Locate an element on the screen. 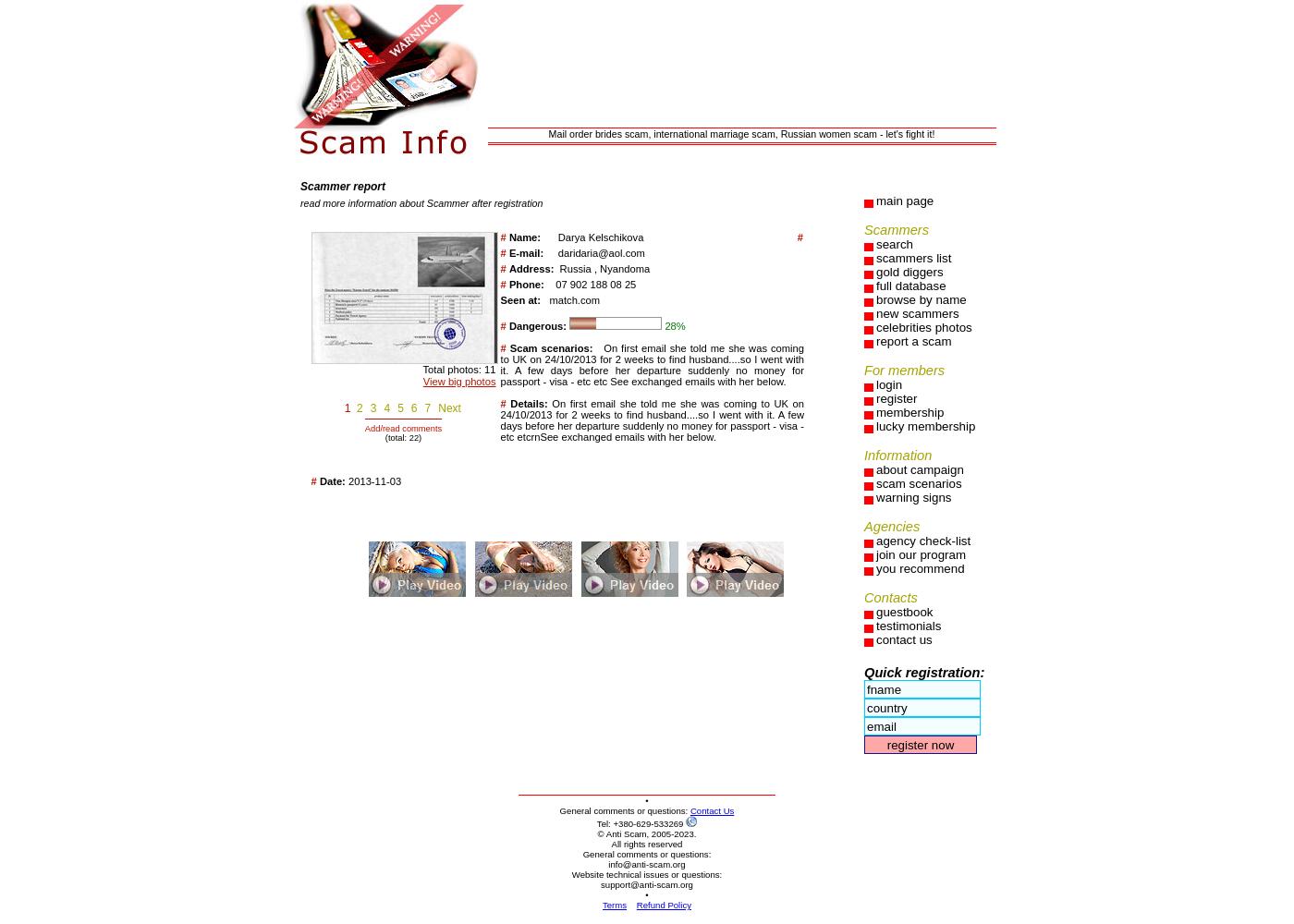 Image resolution: width=1294 pixels, height=924 pixels. 'info@anti-scam.org' is located at coordinates (646, 864).